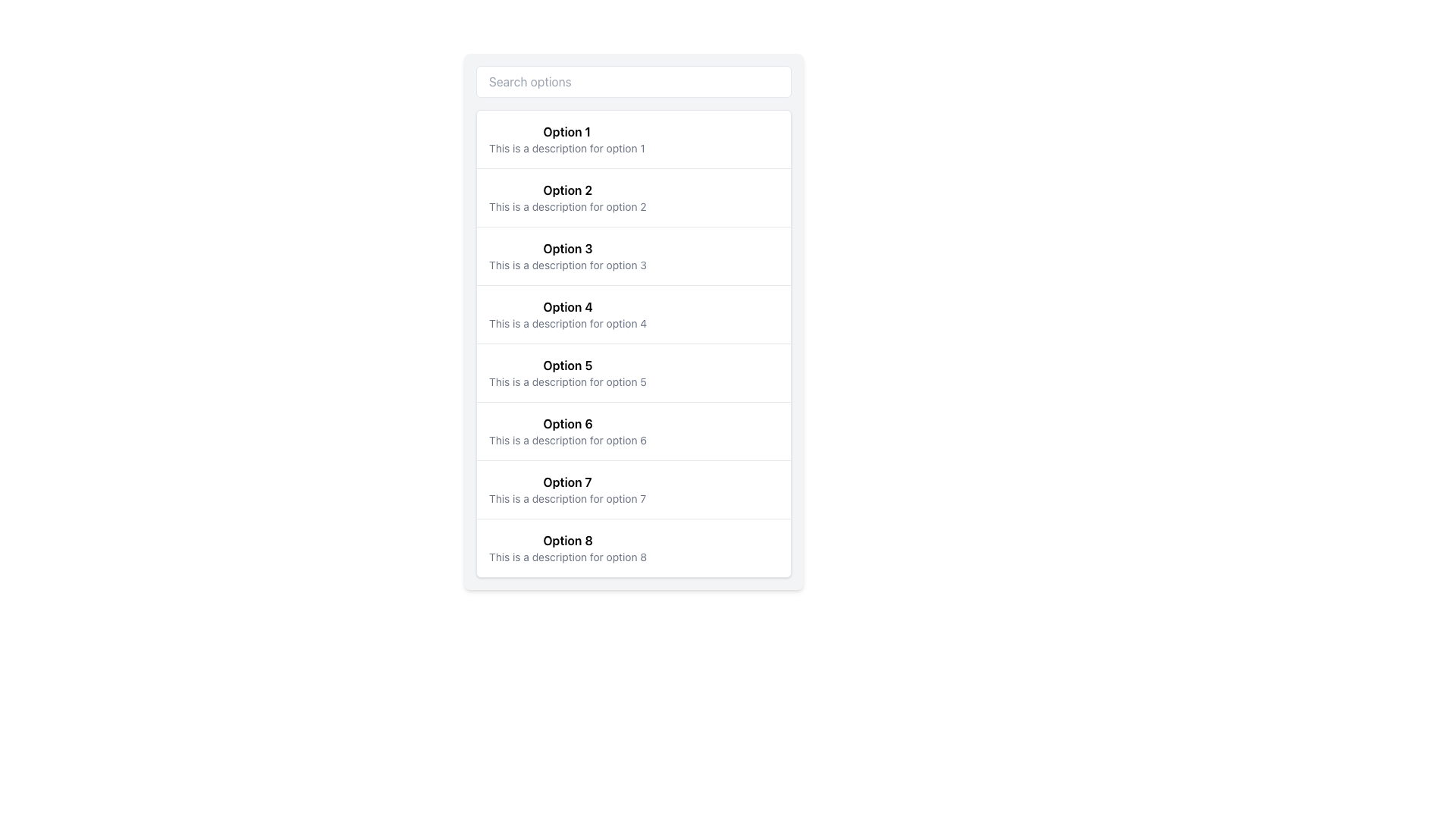 The image size is (1456, 819). What do you see at coordinates (566, 247) in the screenshot?
I see `the text label 'Option 3', which is the title for the third item in a vertical list of options` at bounding box center [566, 247].